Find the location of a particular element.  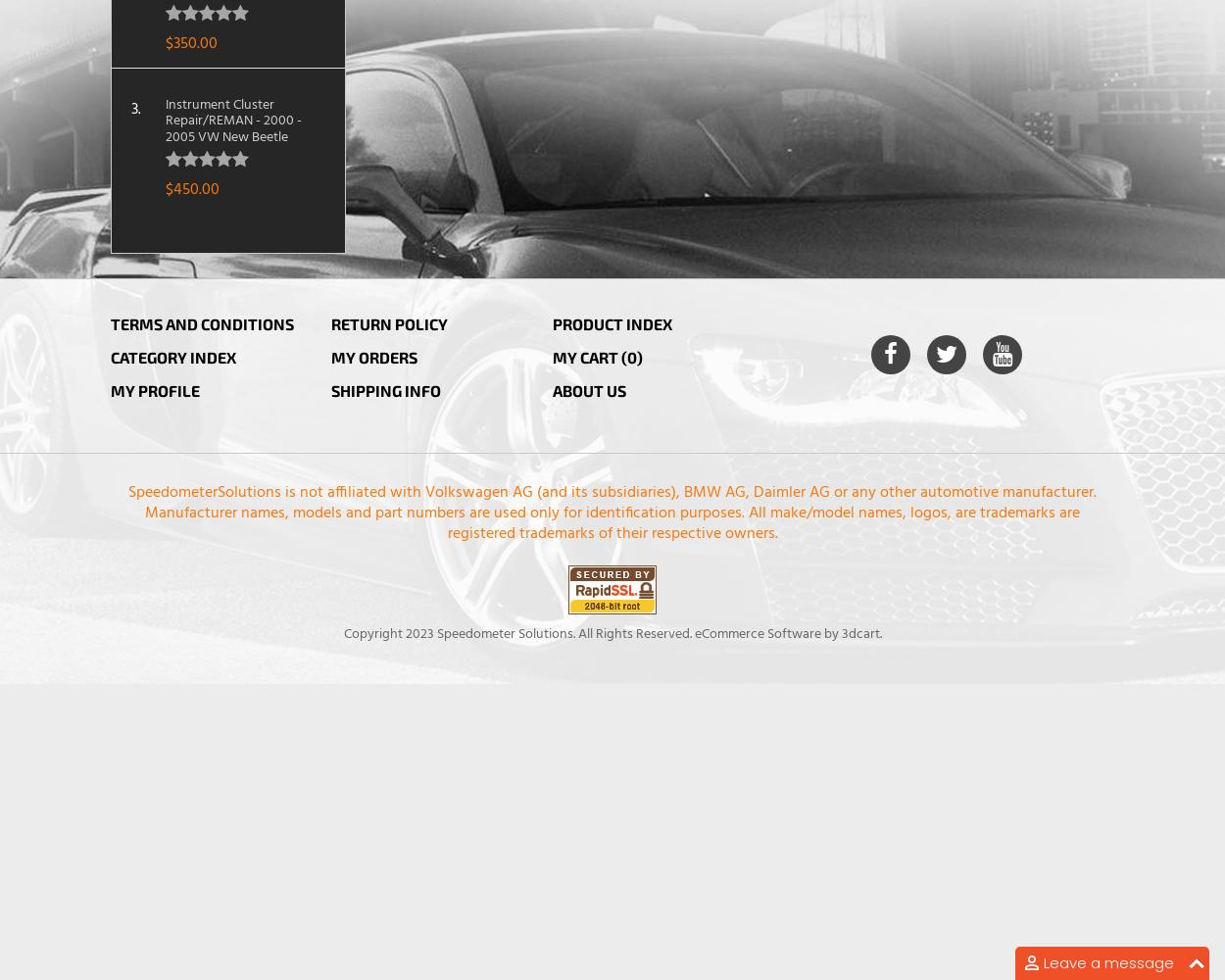

'Product Index' is located at coordinates (611, 322).